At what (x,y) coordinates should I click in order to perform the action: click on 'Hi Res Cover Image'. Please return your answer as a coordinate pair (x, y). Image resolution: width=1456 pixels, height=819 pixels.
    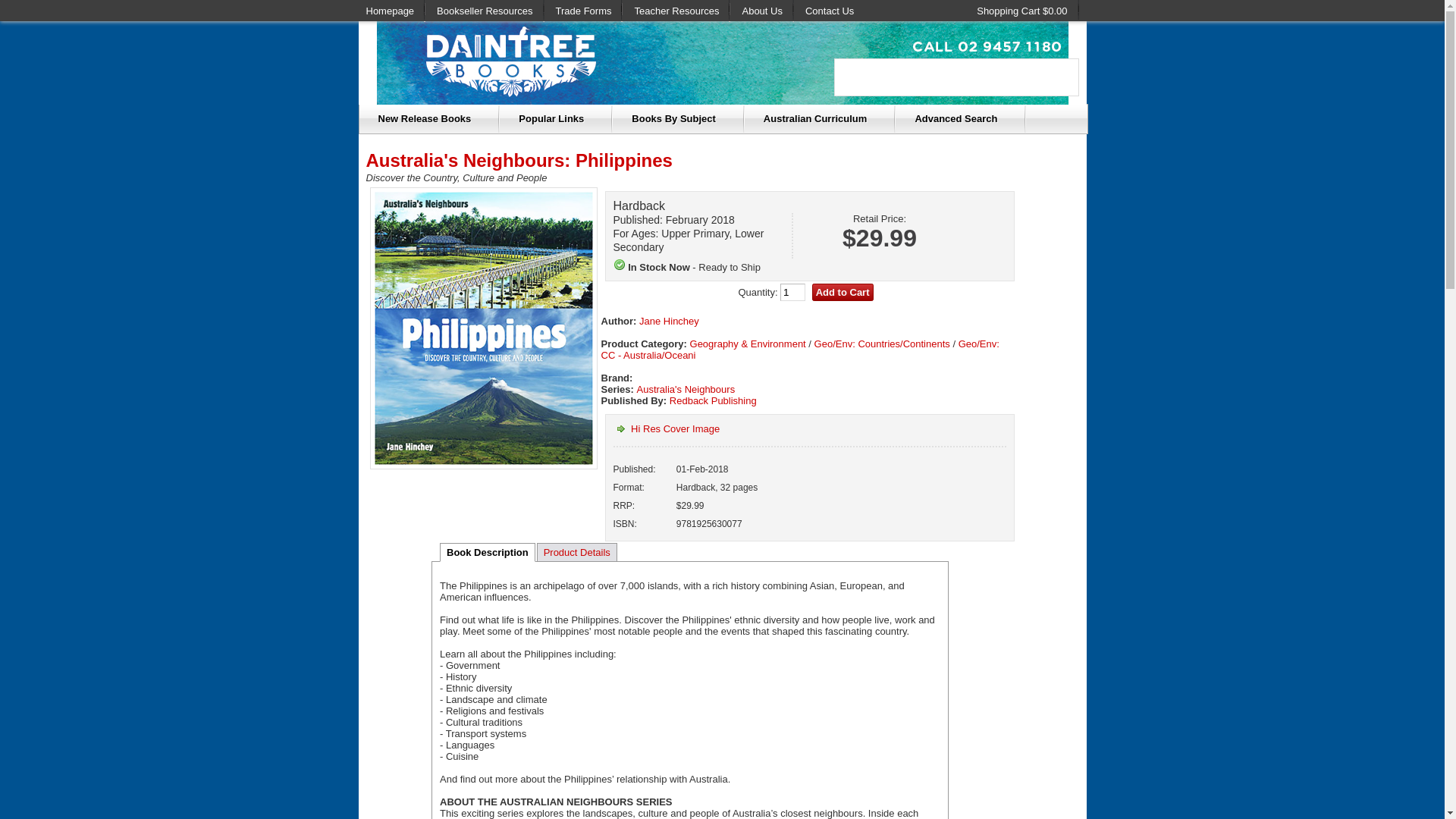
    Looking at the image, I should click on (666, 428).